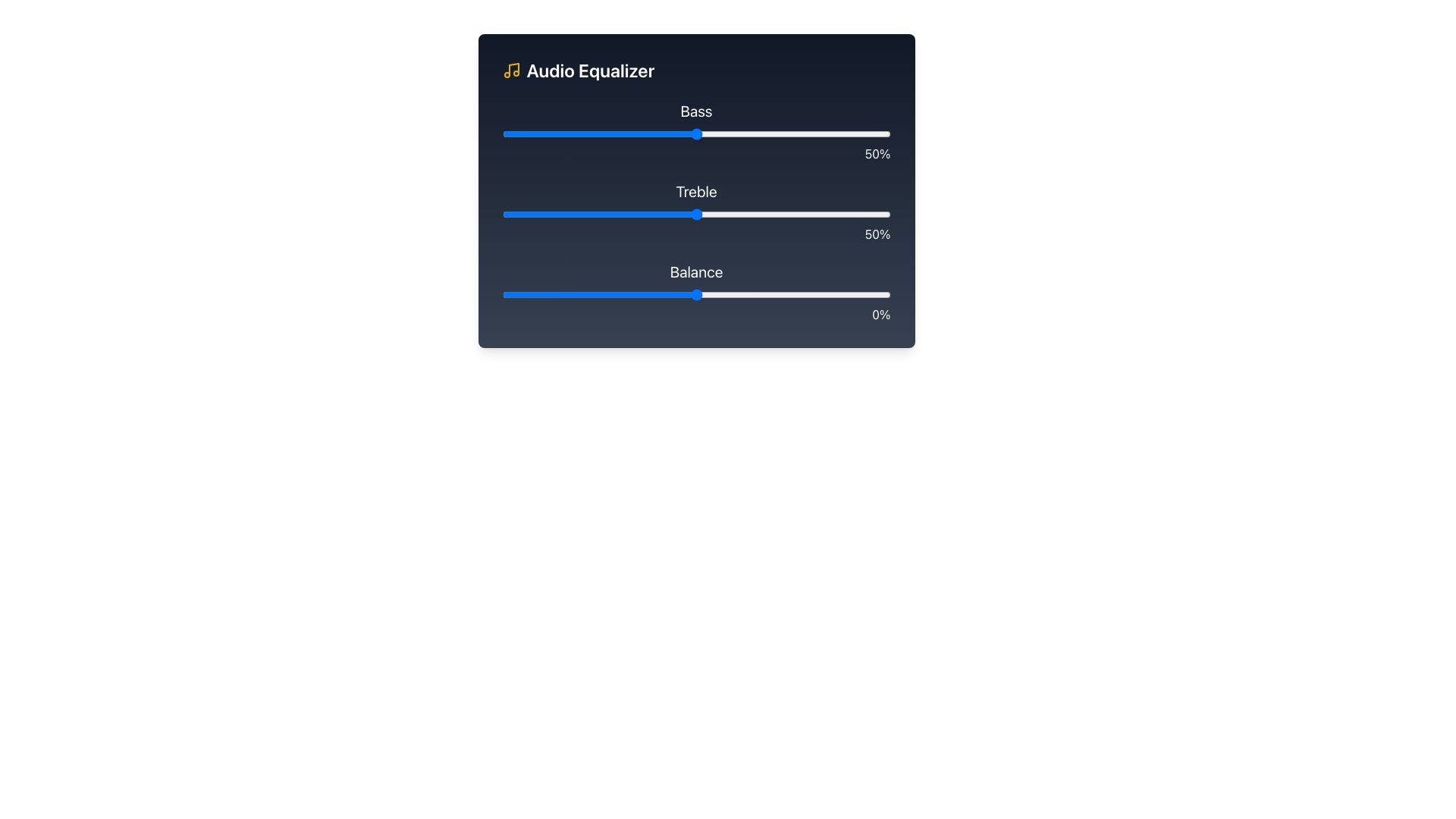 This screenshot has width=1456, height=819. I want to click on the treble level, so click(567, 214).